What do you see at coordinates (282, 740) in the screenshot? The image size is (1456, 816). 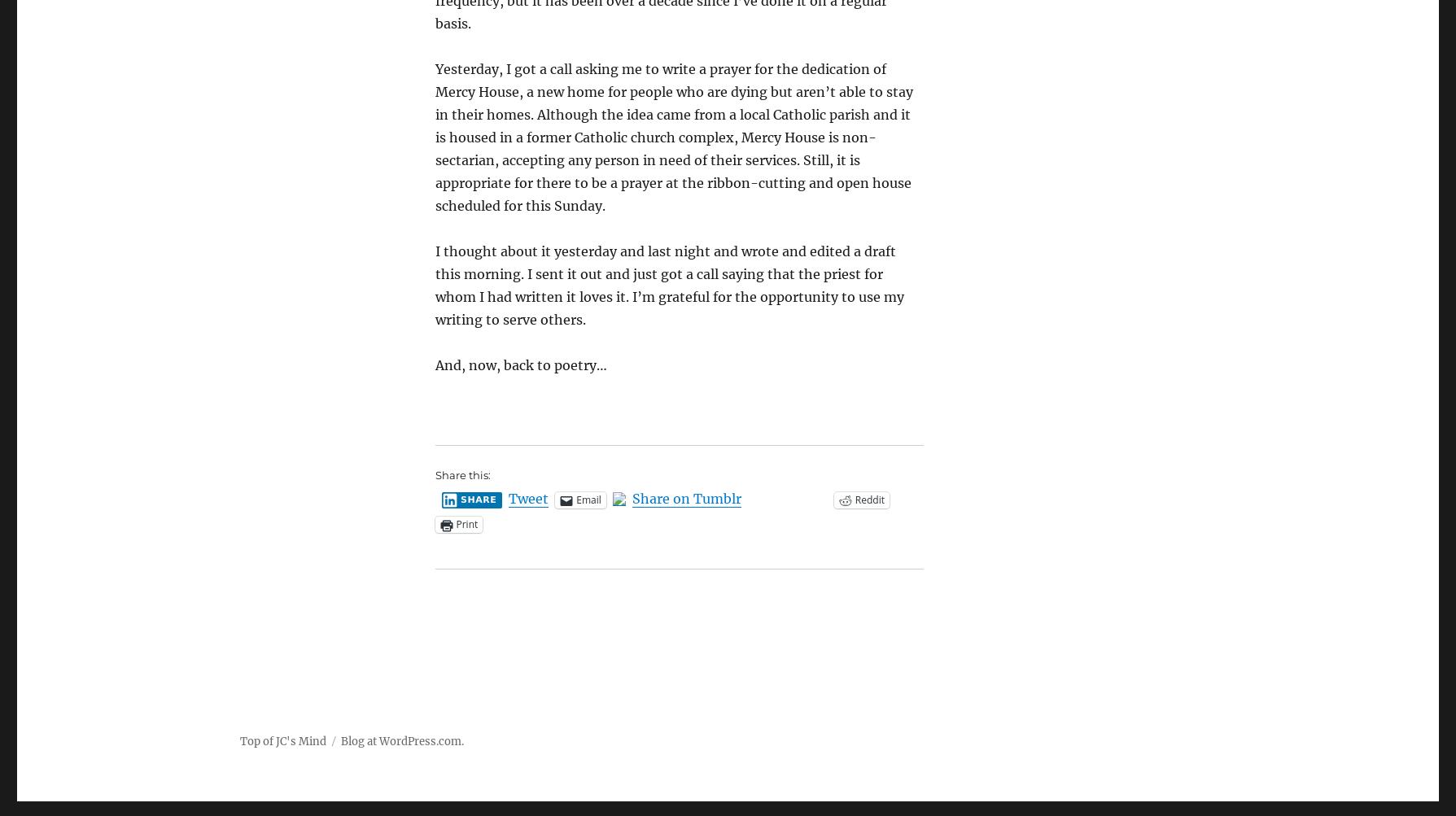 I see `'Top of JC's Mind'` at bounding box center [282, 740].